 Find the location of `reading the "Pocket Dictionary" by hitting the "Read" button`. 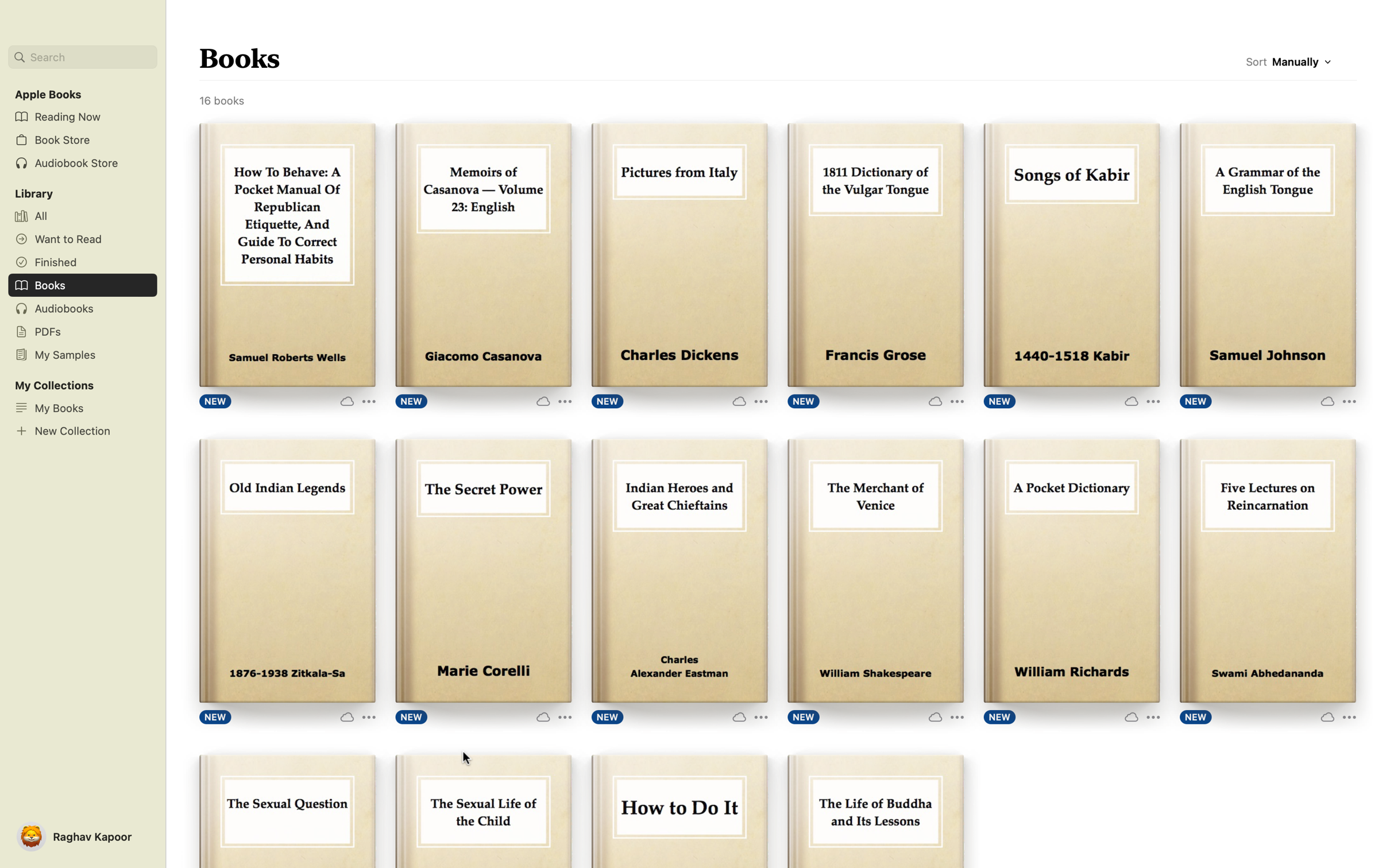

reading the "Pocket Dictionary" by hitting the "Read" button is located at coordinates (1071, 569).